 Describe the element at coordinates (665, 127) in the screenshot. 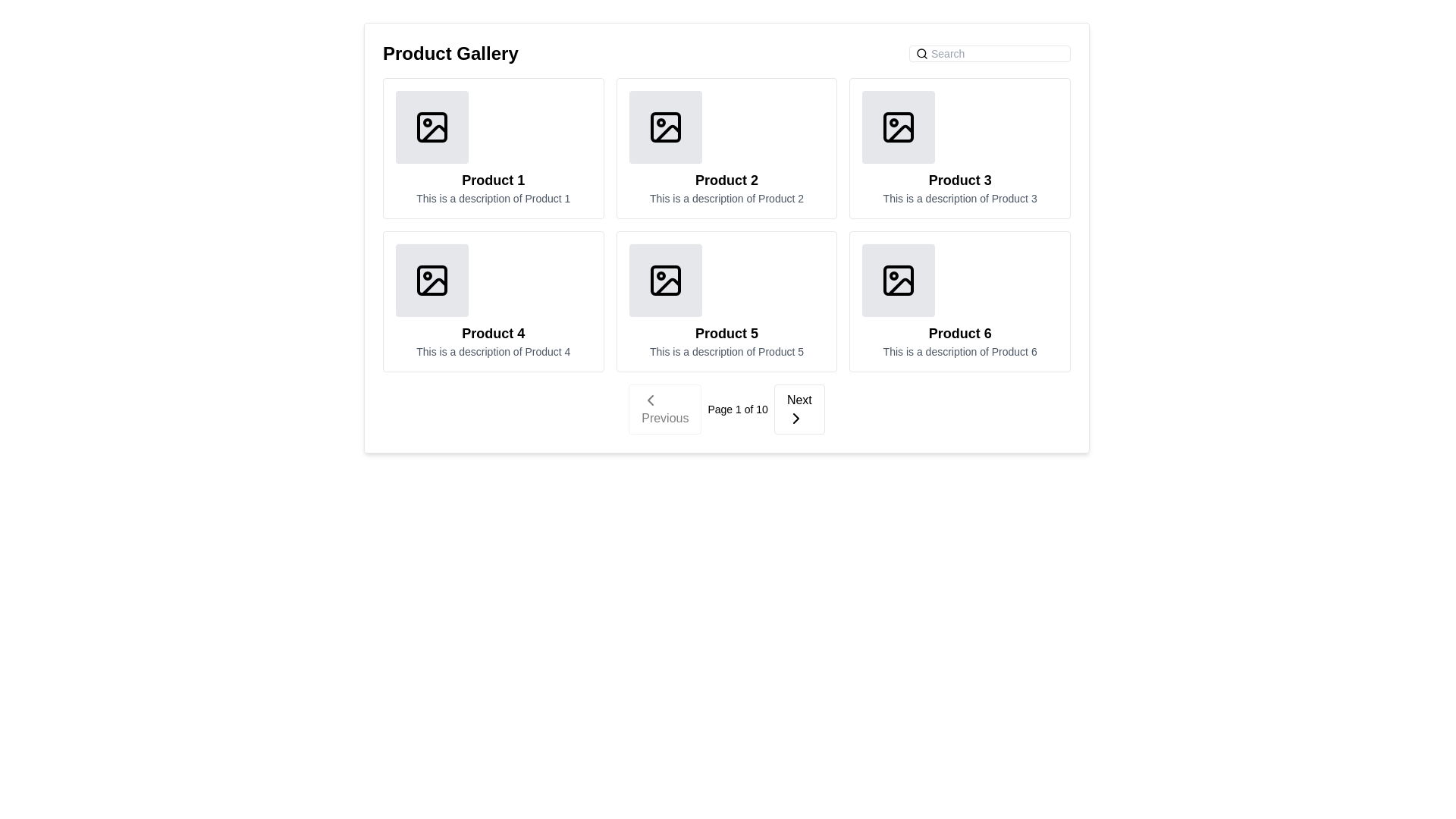

I see `the Image Placeholder Icon located in the second box of the first row in the grid layout labeled 'Product 2'` at that location.